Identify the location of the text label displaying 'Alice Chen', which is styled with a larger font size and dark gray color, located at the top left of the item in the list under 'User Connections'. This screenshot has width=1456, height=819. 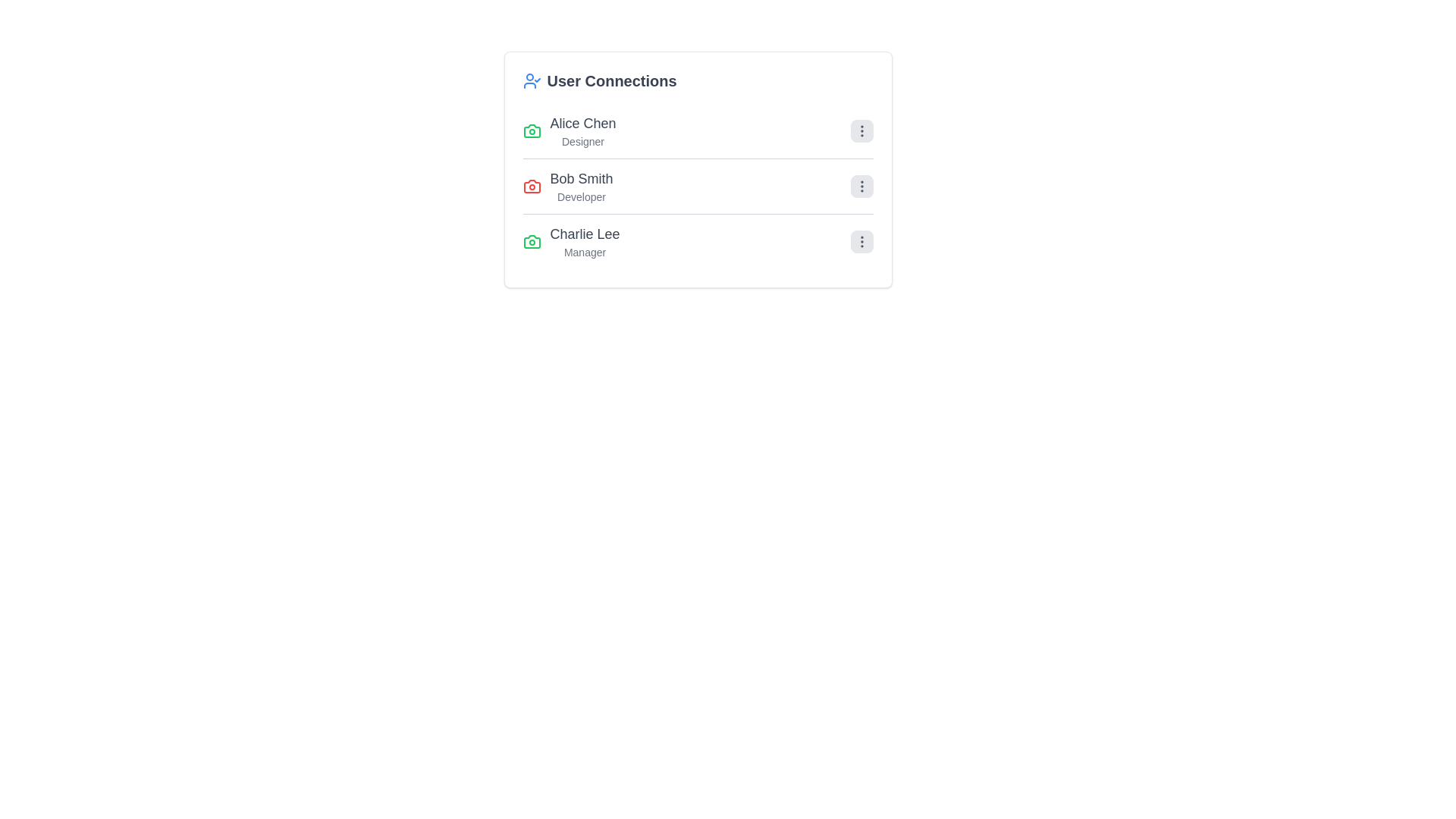
(582, 122).